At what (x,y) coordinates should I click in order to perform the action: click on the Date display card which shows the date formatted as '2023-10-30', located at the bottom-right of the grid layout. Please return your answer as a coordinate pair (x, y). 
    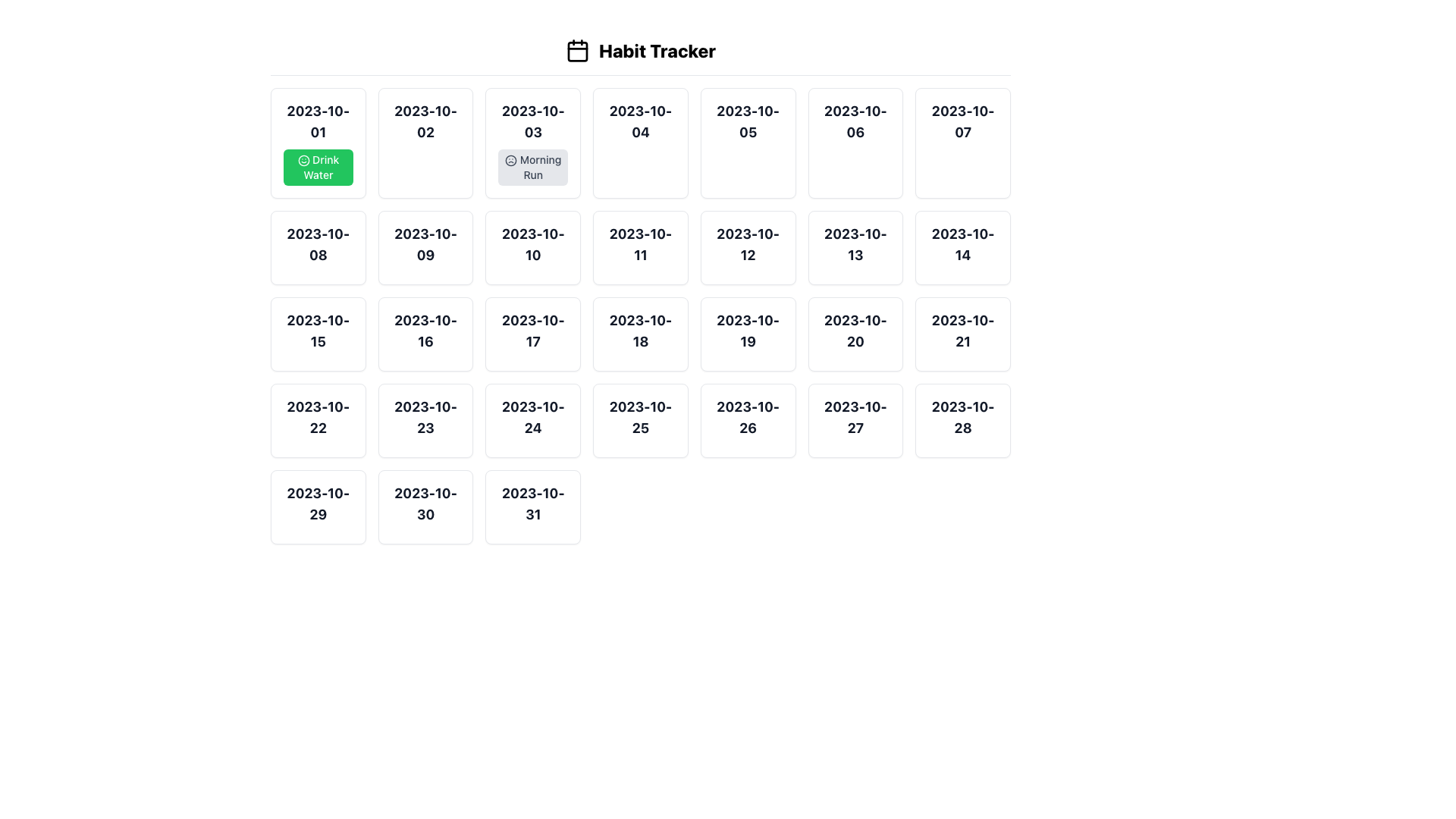
    Looking at the image, I should click on (425, 507).